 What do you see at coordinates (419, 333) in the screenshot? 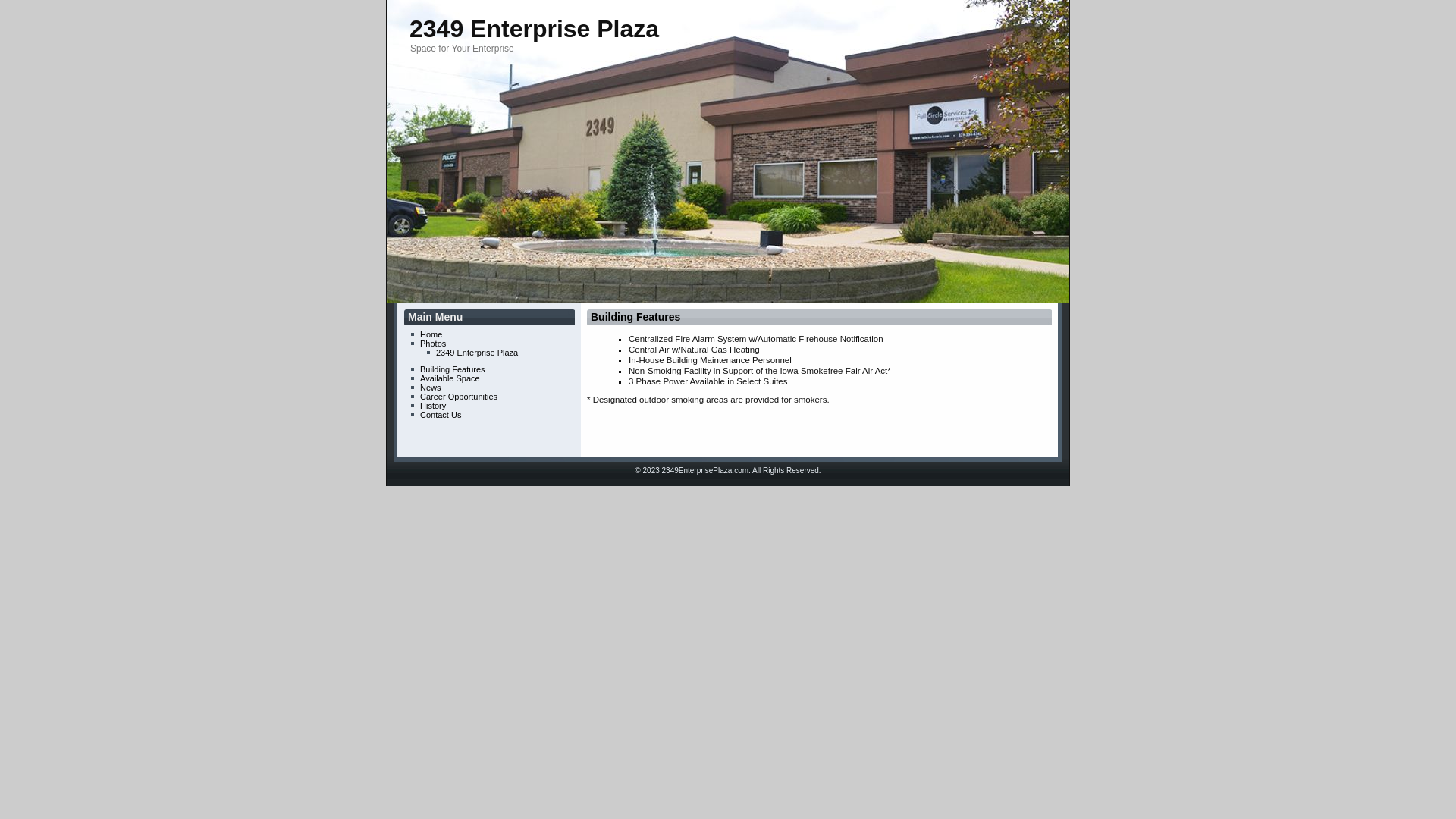
I see `'Home'` at bounding box center [419, 333].